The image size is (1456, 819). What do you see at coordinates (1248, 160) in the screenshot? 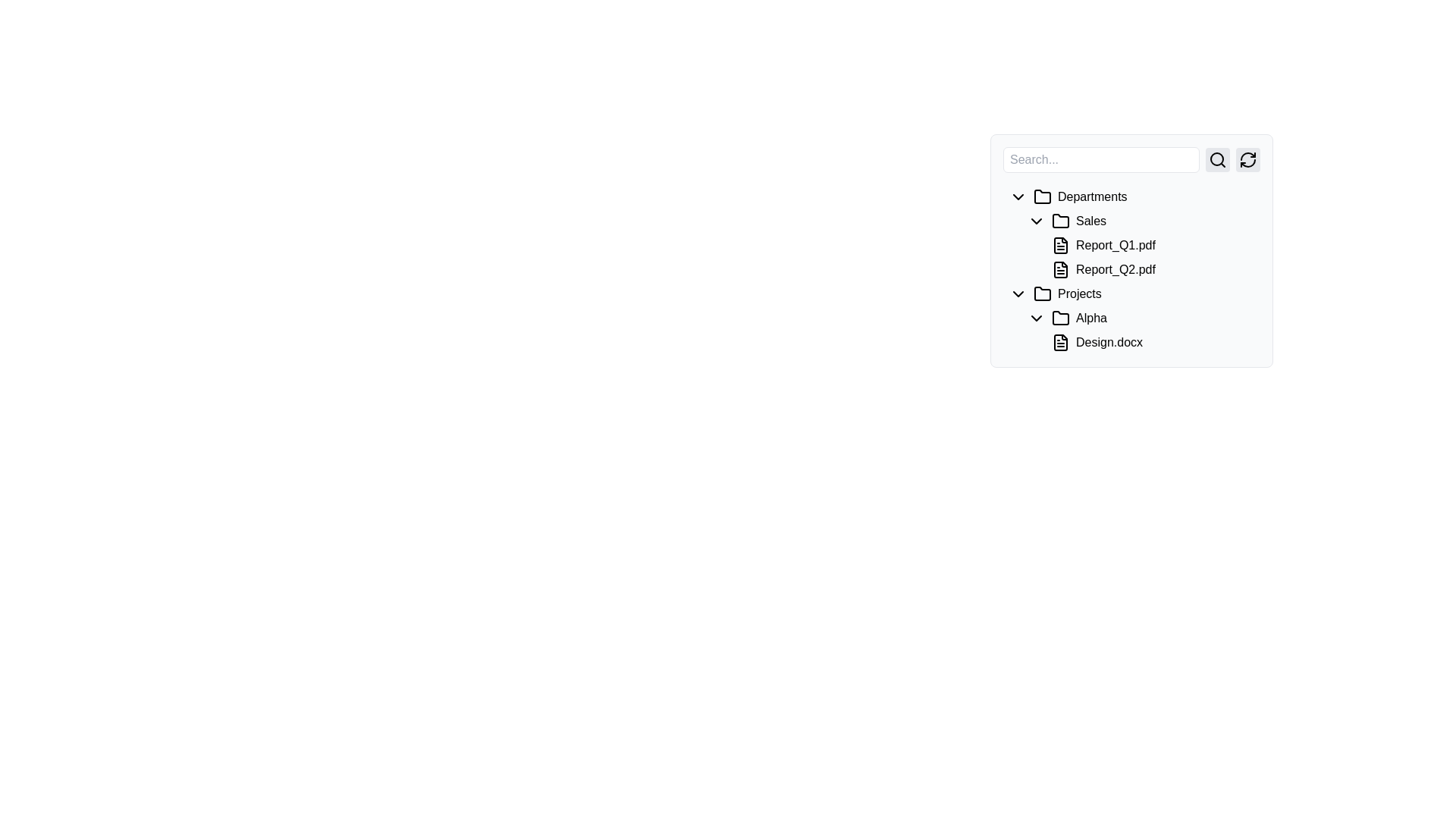
I see `the circular refresh button located in the top-right corner of the sidebar panel, adjacent to the search bar and following the magnifying glass icon to refresh the content` at bounding box center [1248, 160].